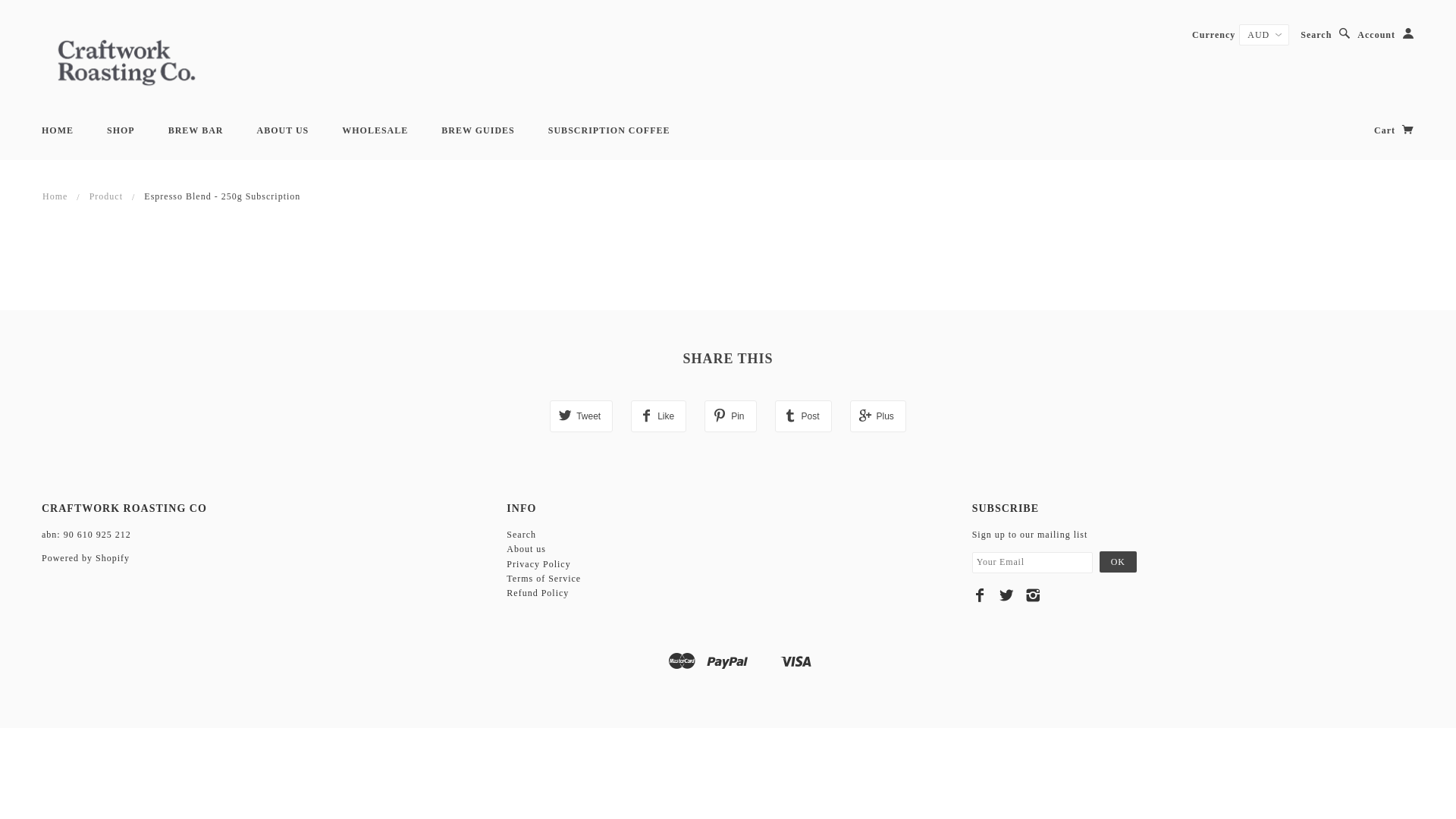 The width and height of the screenshot is (1456, 819). Describe the element at coordinates (658, 416) in the screenshot. I see `'Like'` at that location.